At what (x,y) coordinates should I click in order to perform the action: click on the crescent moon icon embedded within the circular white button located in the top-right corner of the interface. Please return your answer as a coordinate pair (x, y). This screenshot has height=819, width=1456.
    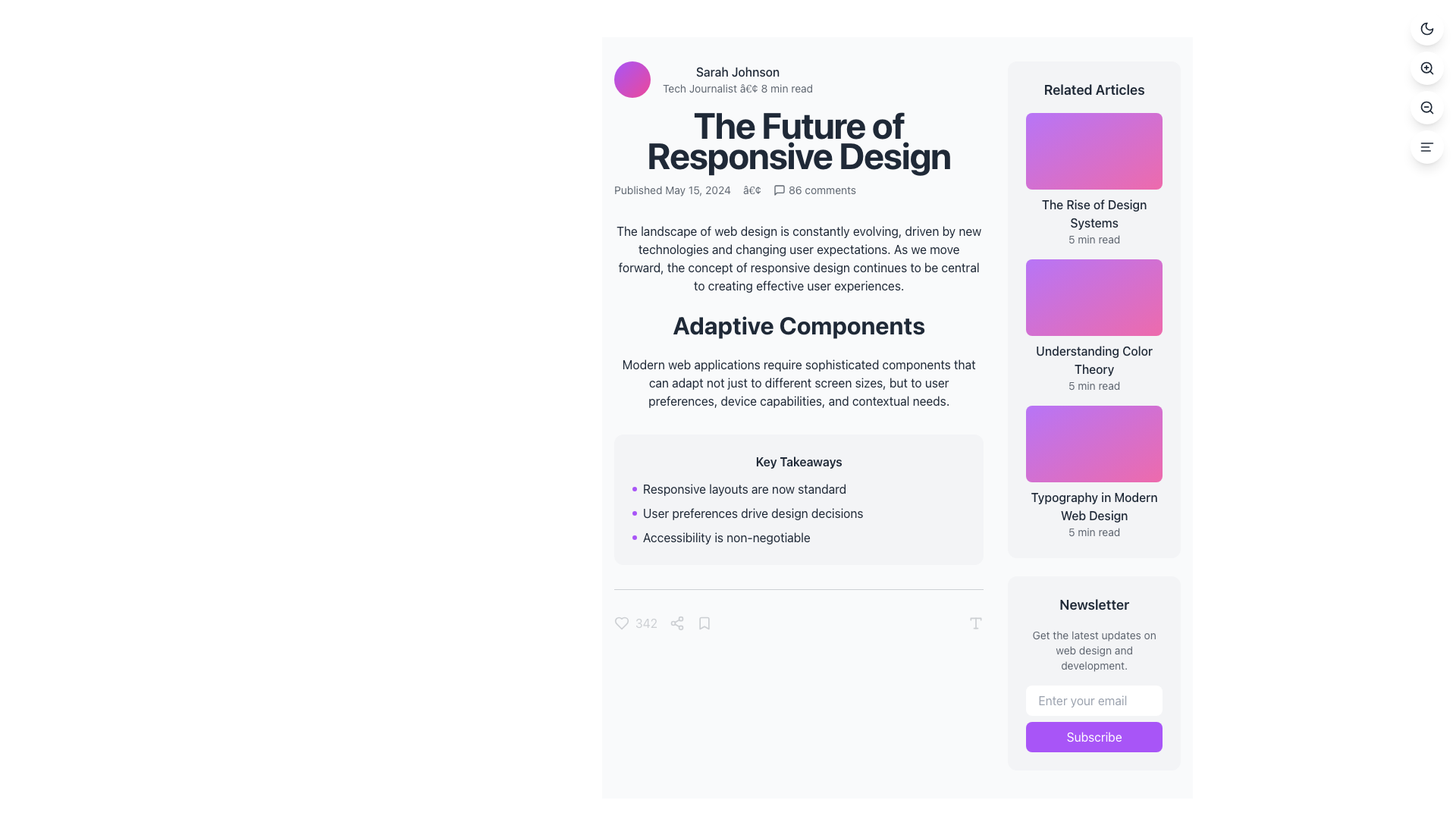
    Looking at the image, I should click on (1426, 29).